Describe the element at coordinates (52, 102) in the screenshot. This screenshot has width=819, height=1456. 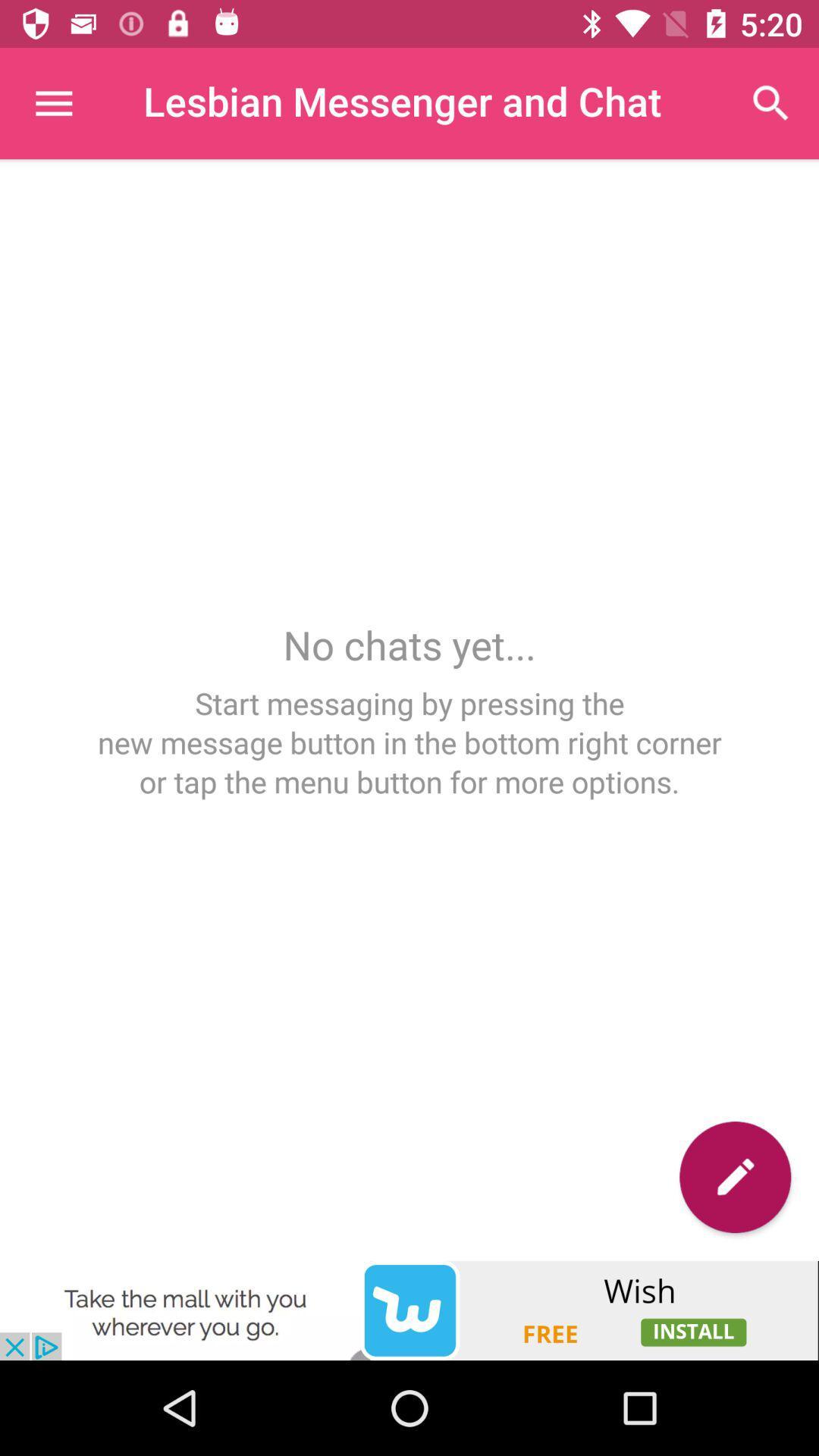
I see `the main menu` at that location.